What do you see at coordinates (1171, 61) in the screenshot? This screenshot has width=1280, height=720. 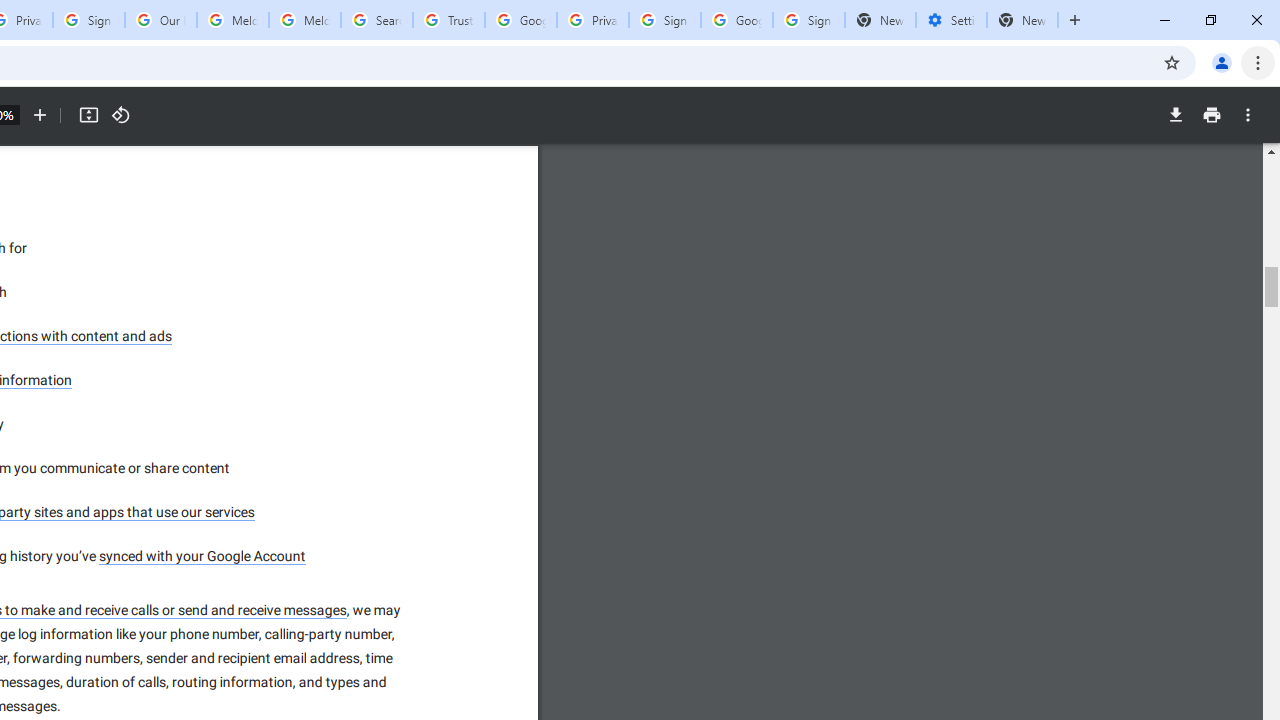 I see `'Bookmark this tab'` at bounding box center [1171, 61].